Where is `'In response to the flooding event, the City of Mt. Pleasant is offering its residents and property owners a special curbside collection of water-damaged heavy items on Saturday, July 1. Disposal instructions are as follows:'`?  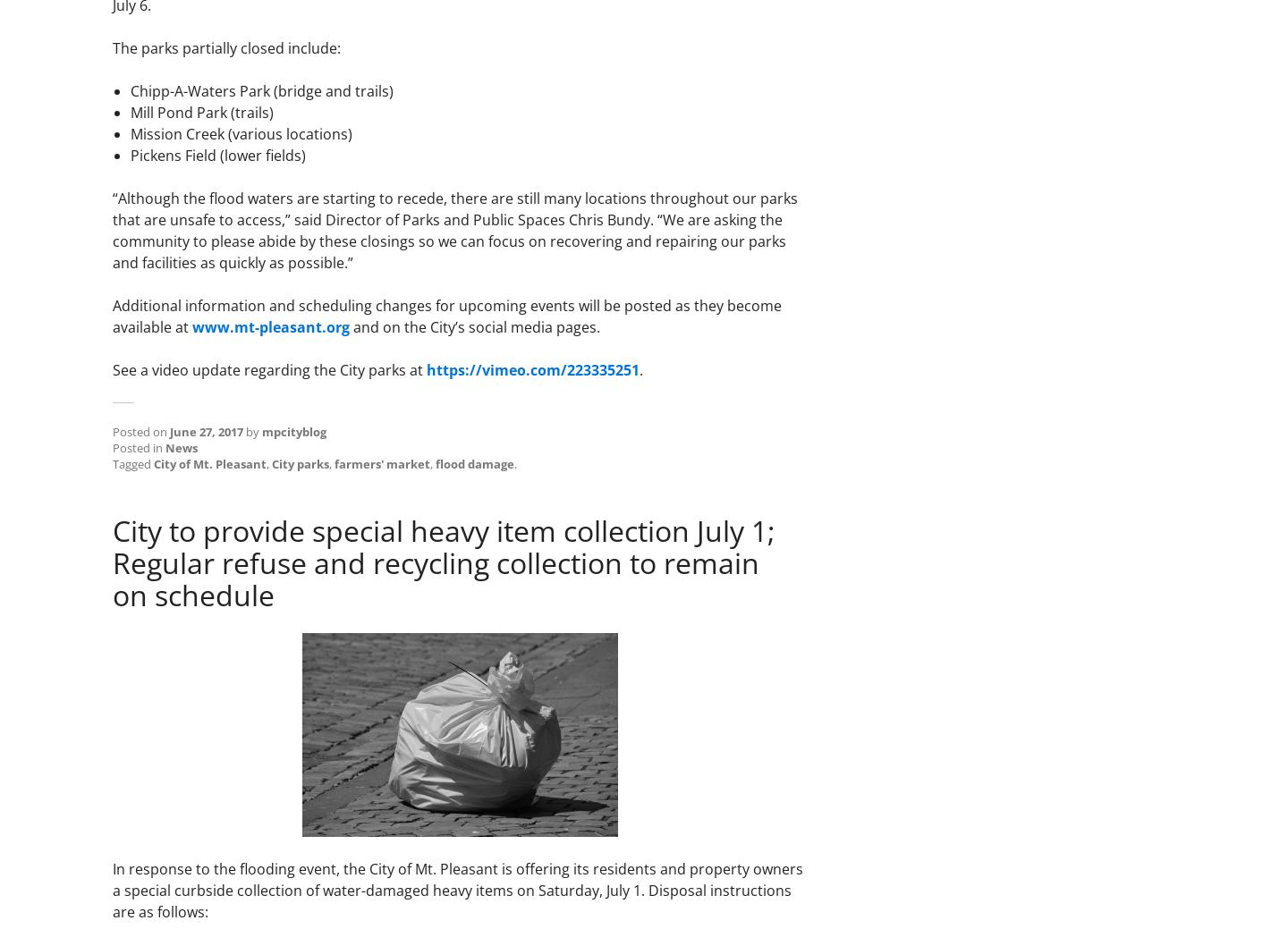
'In response to the flooding event, the City of Mt. Pleasant is offering its residents and property owners a special curbside collection of water-damaged heavy items on Saturday, July 1. Disposal instructions are as follows:' is located at coordinates (111, 890).